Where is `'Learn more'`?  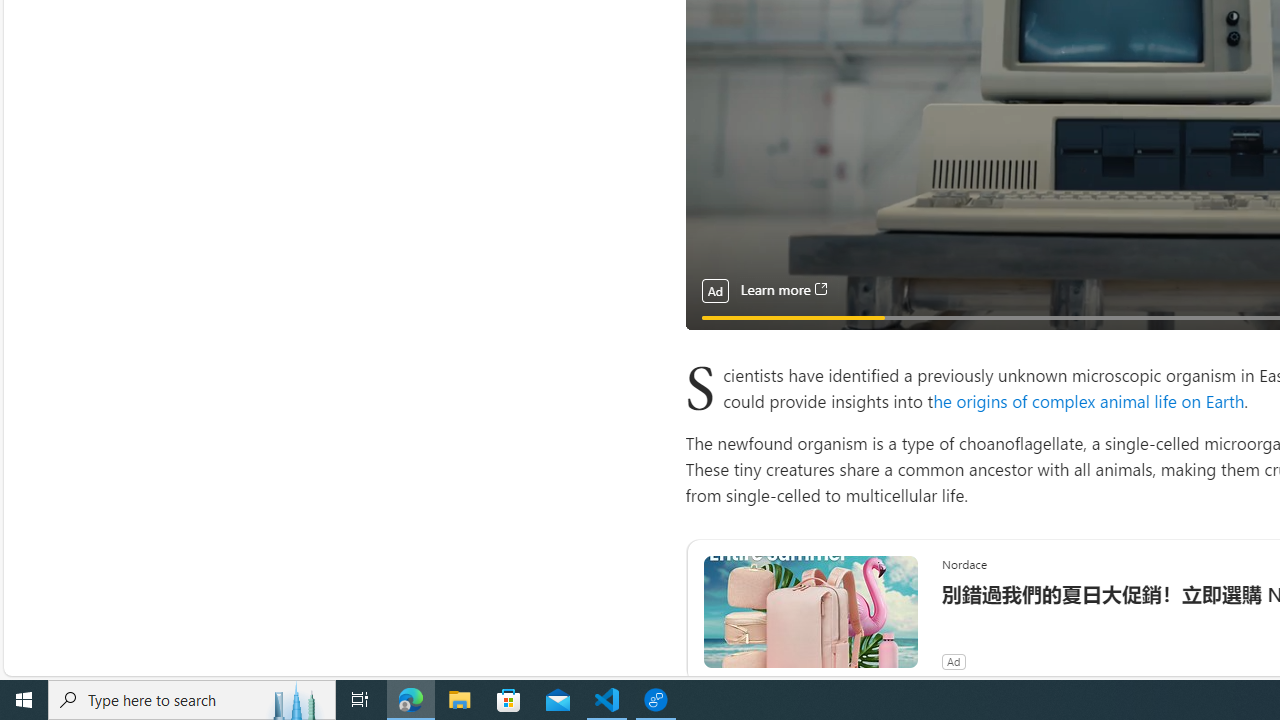
'Learn more' is located at coordinates (782, 290).